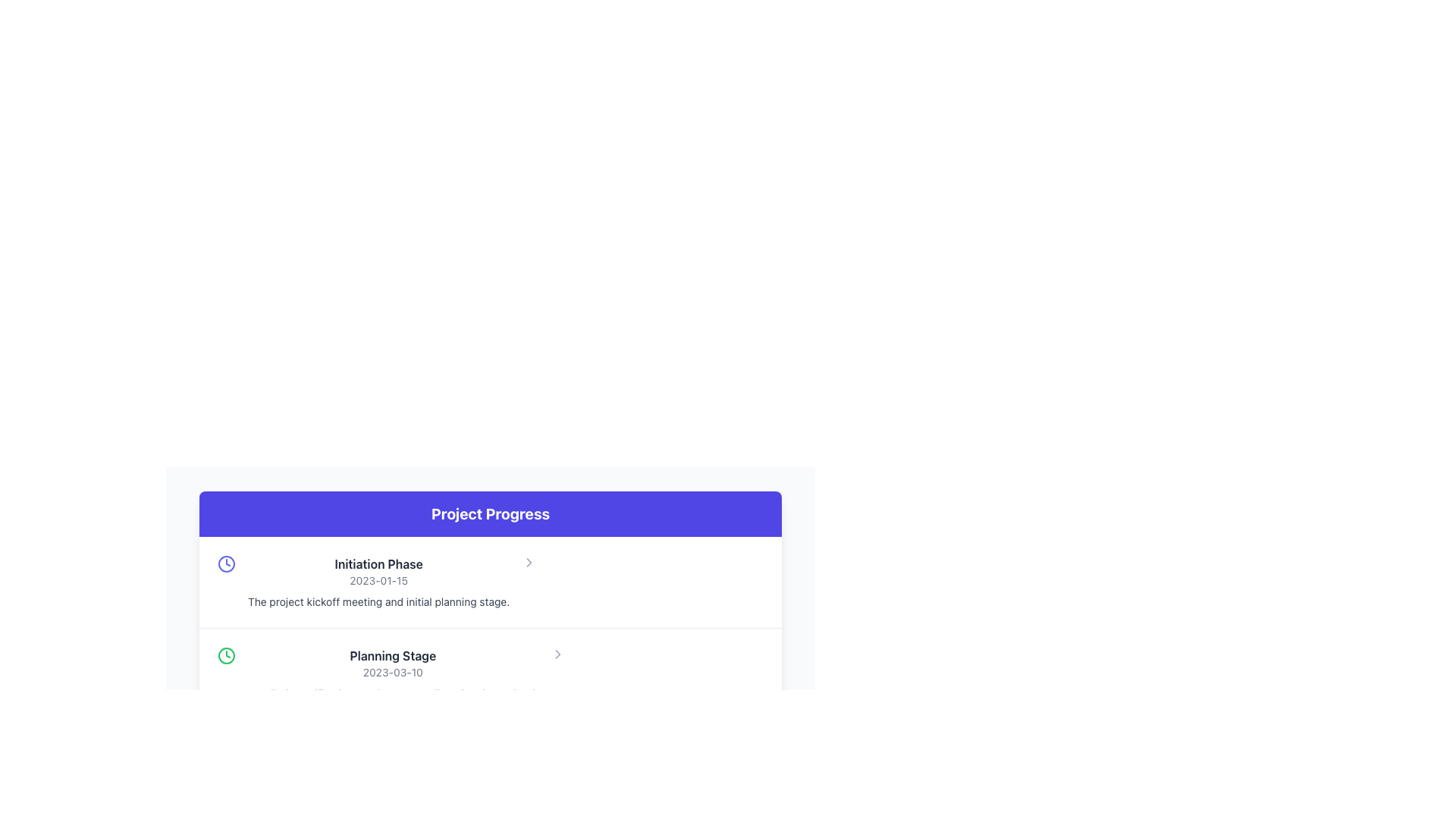  What do you see at coordinates (529, 562) in the screenshot?
I see `the right-pointing chevron icon located at the far right of the 'Initiation Phase' section, aligned horizontally with the section title and date` at bounding box center [529, 562].